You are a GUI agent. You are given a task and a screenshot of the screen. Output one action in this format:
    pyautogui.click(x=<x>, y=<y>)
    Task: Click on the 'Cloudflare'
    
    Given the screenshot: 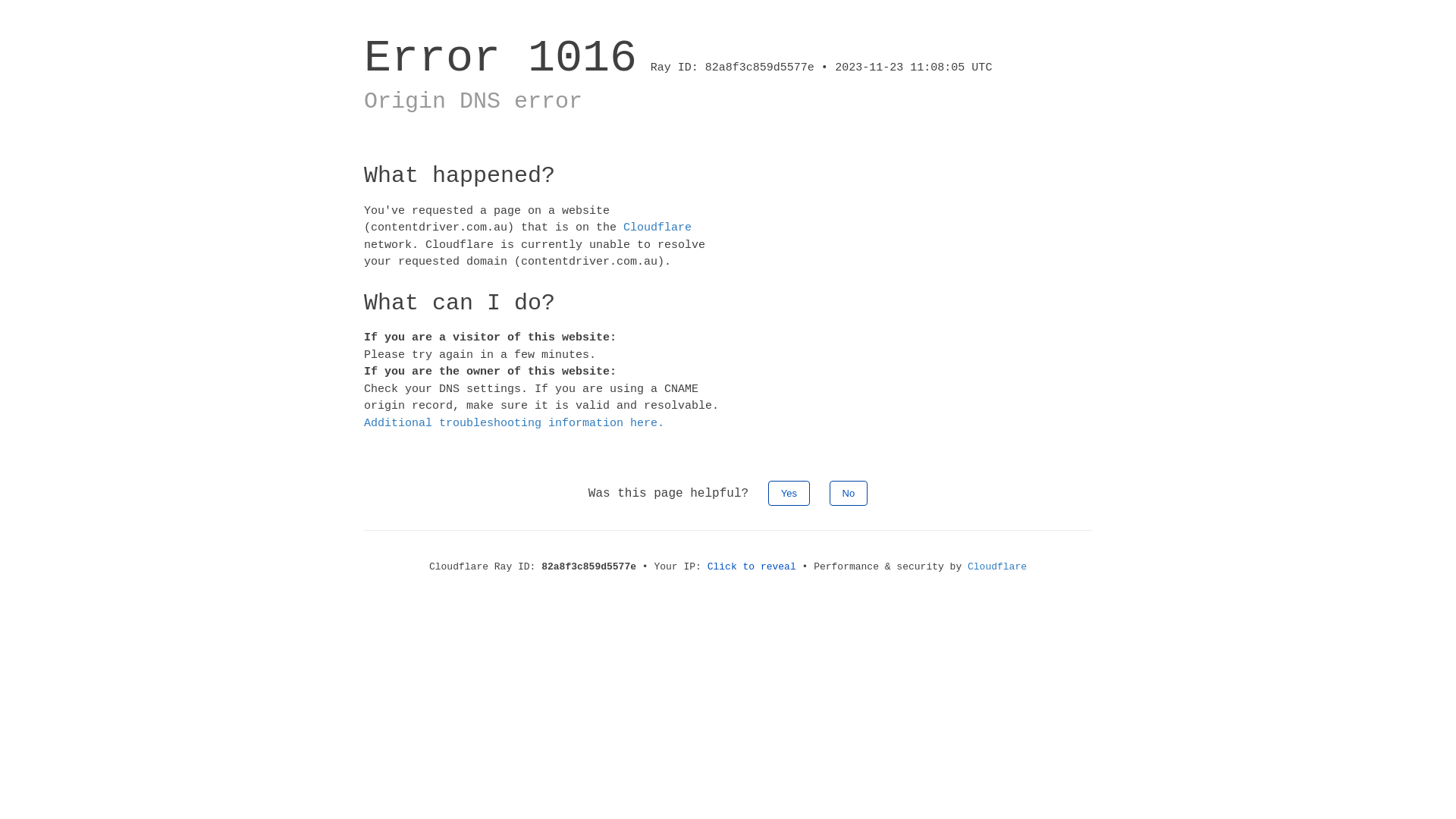 What is the action you would take?
    pyautogui.click(x=967, y=566)
    